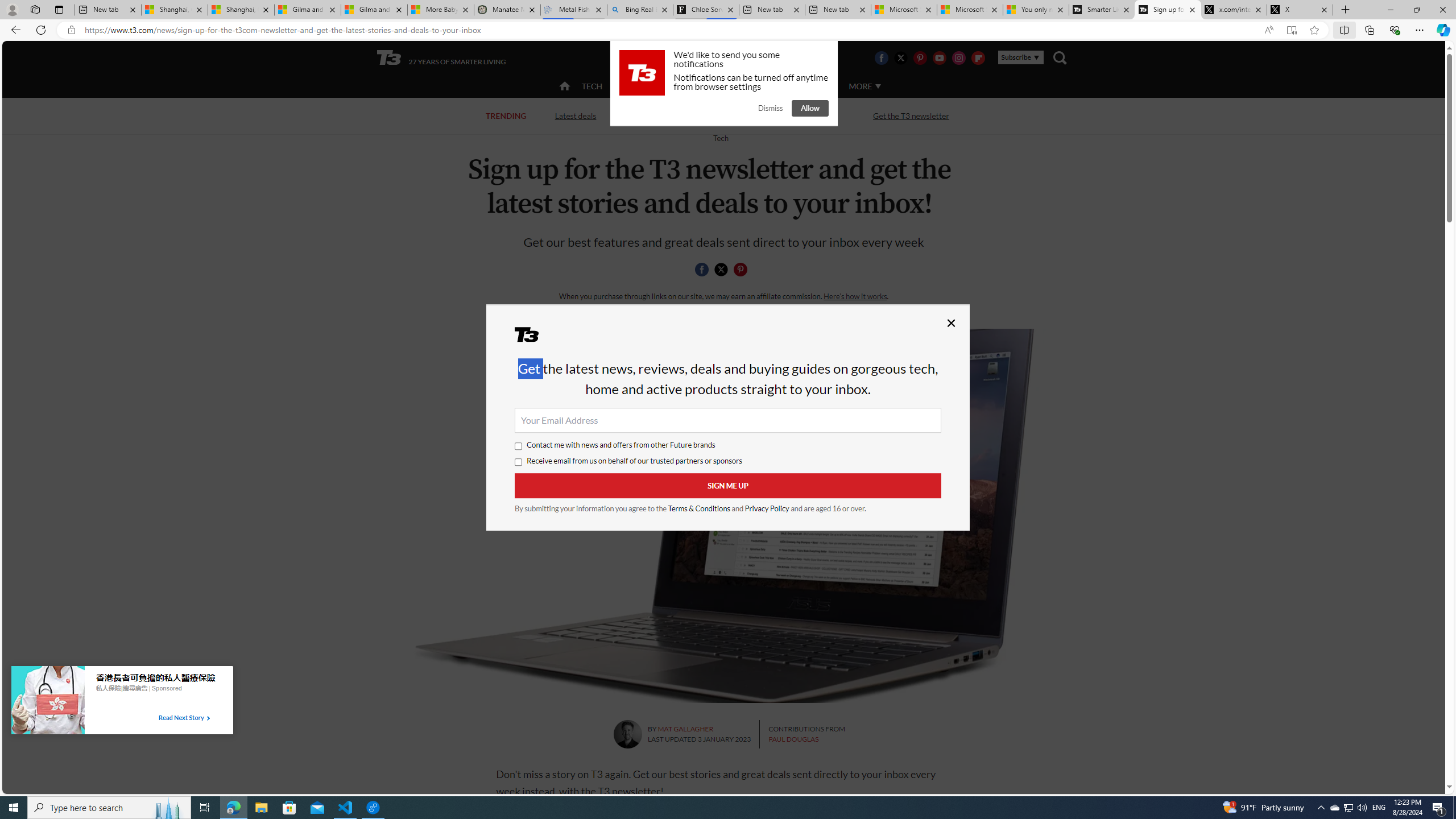 The width and height of the screenshot is (1456, 819). What do you see at coordinates (575, 115) in the screenshot?
I see `'Latest deals'` at bounding box center [575, 115].